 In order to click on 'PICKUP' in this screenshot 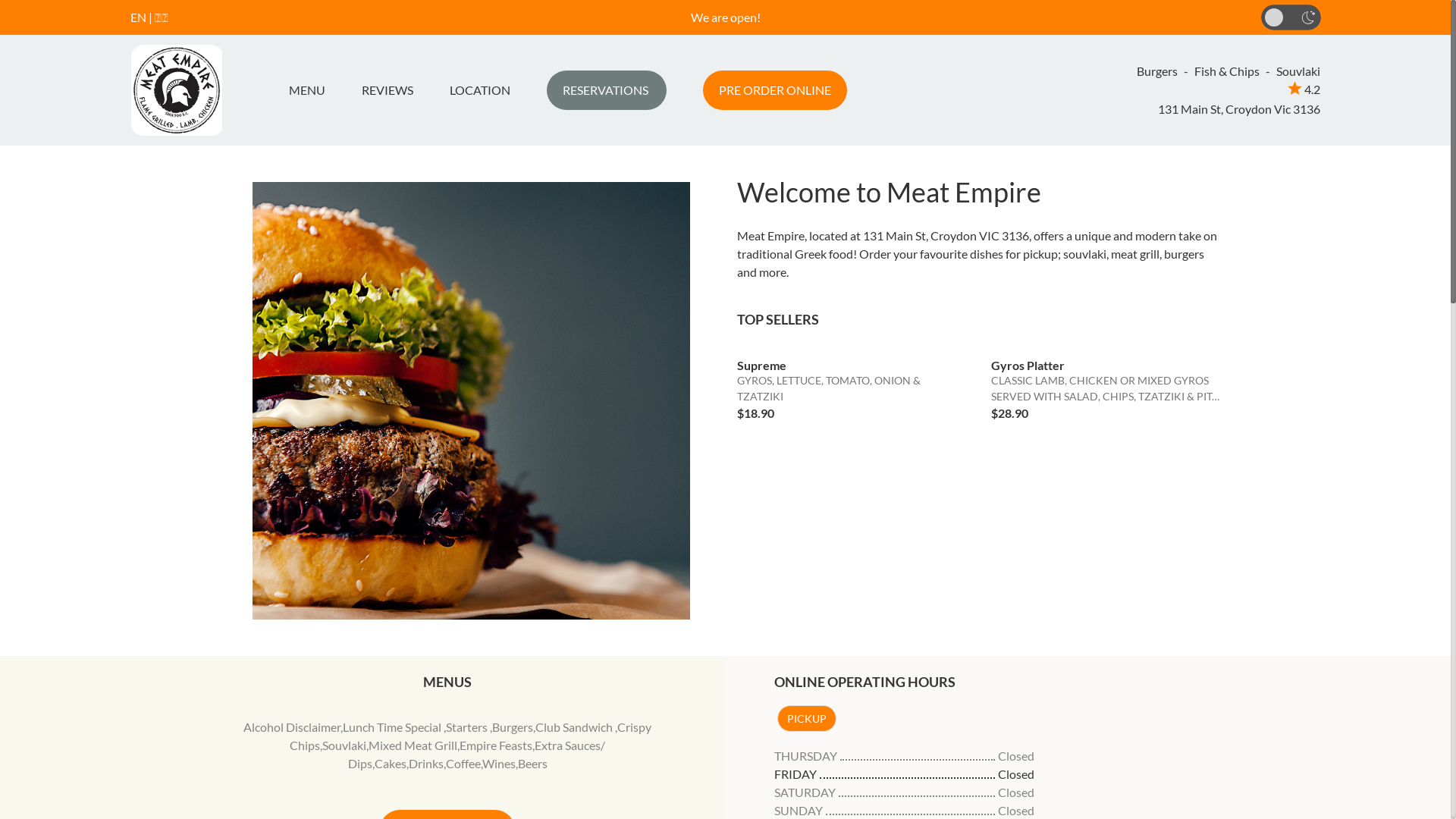, I will do `click(805, 717)`.